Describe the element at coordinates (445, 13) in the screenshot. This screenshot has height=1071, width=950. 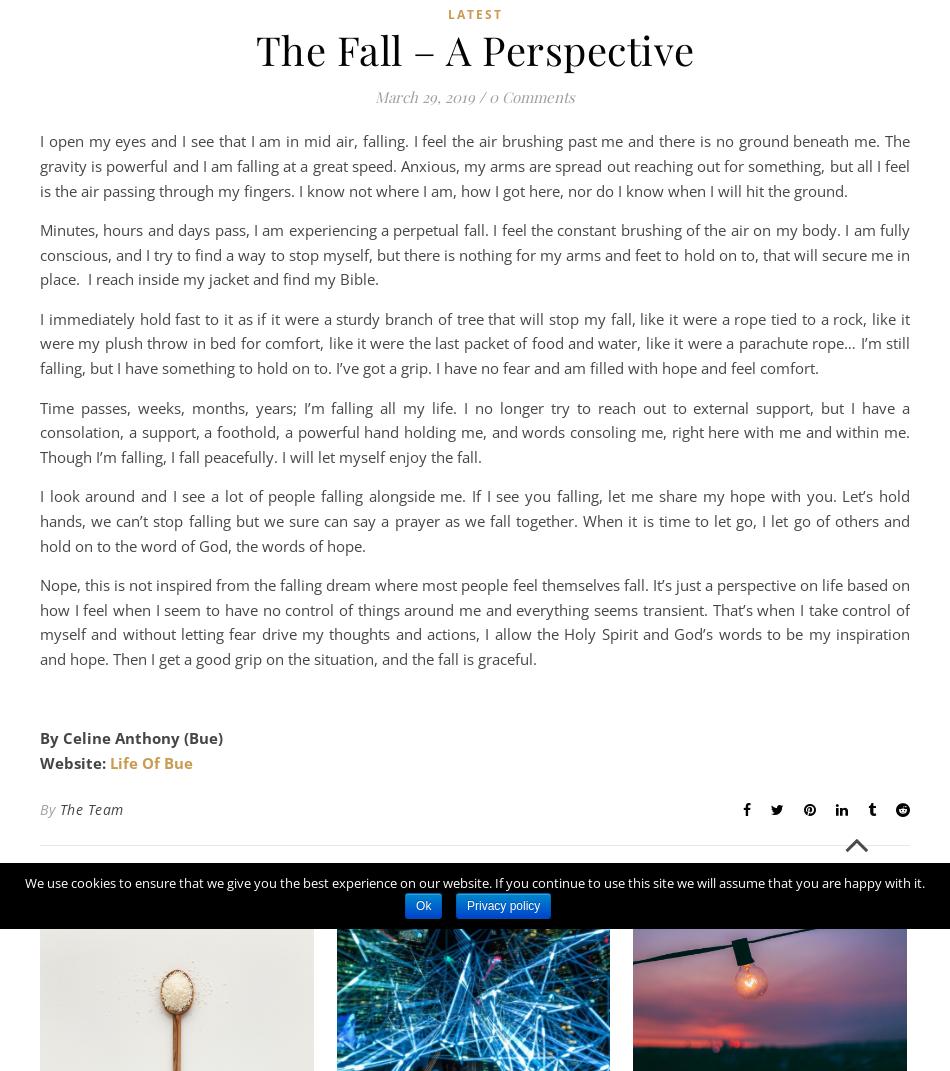
I see `'Latest'` at that location.